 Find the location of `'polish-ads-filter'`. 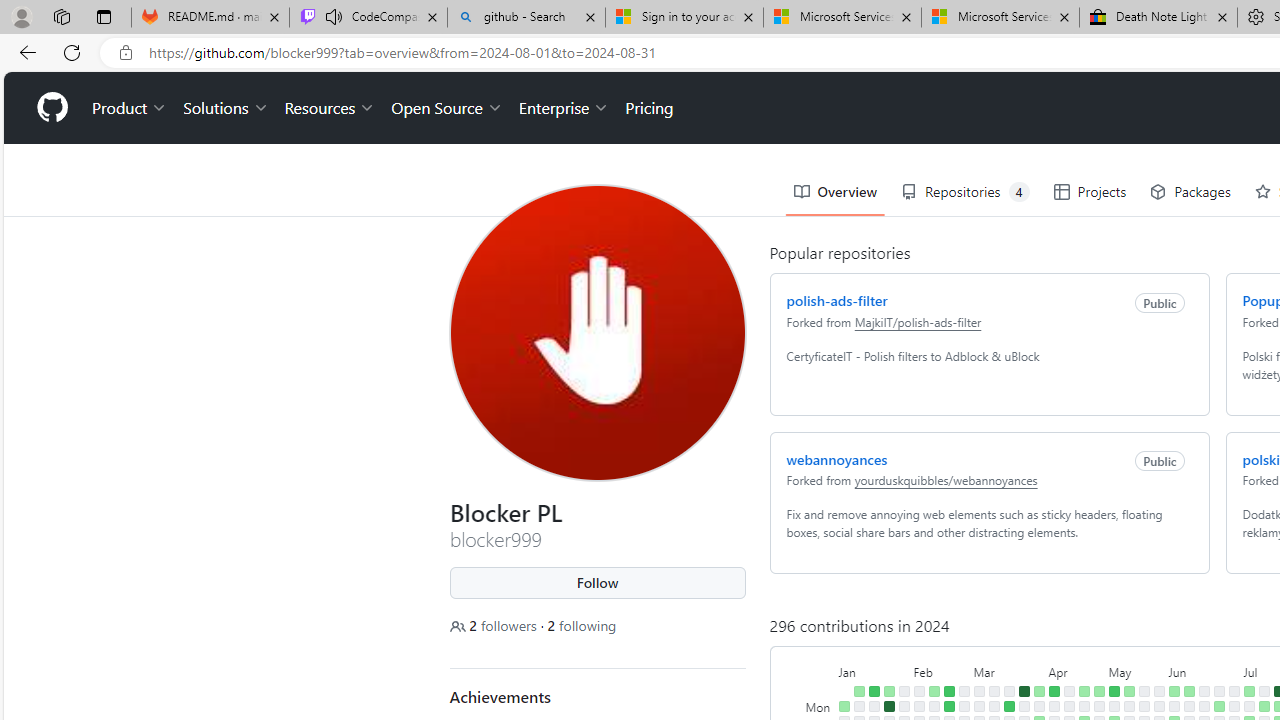

'polish-ads-filter' is located at coordinates (837, 300).